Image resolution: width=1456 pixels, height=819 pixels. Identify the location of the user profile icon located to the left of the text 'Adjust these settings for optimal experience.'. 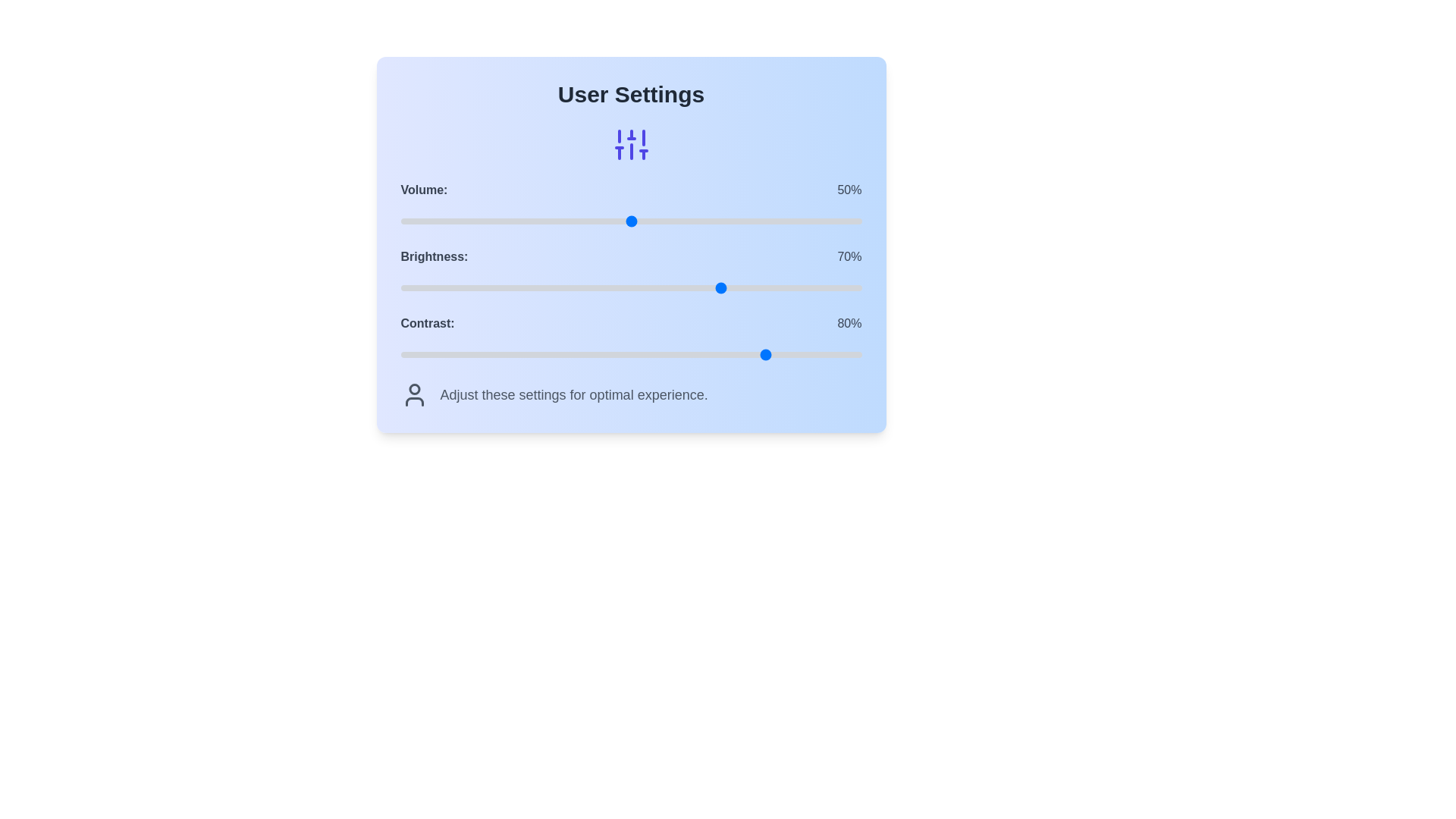
(414, 394).